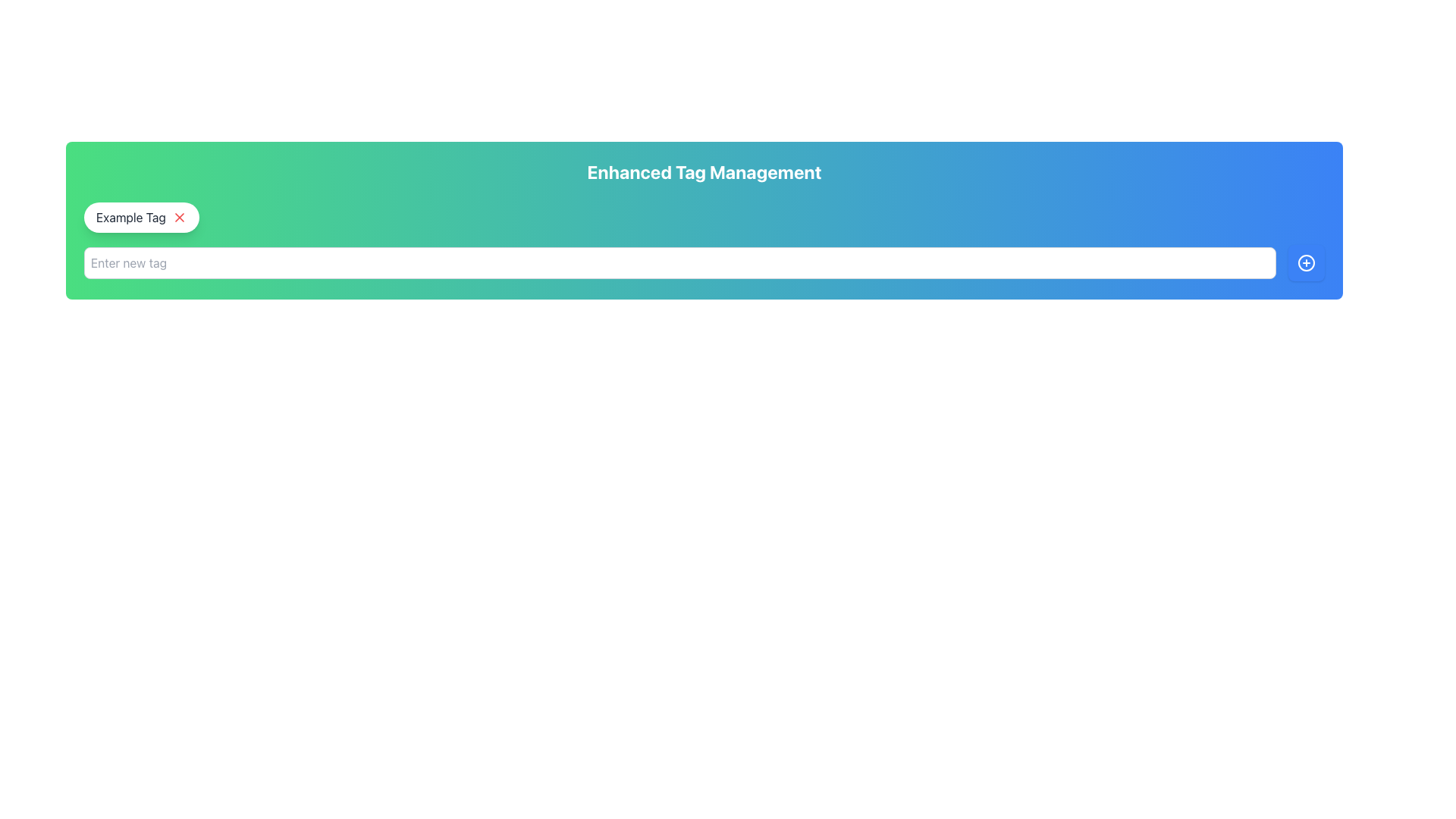  What do you see at coordinates (1306, 262) in the screenshot?
I see `the 'Add' icon button located at the farthest right section of the blue box` at bounding box center [1306, 262].